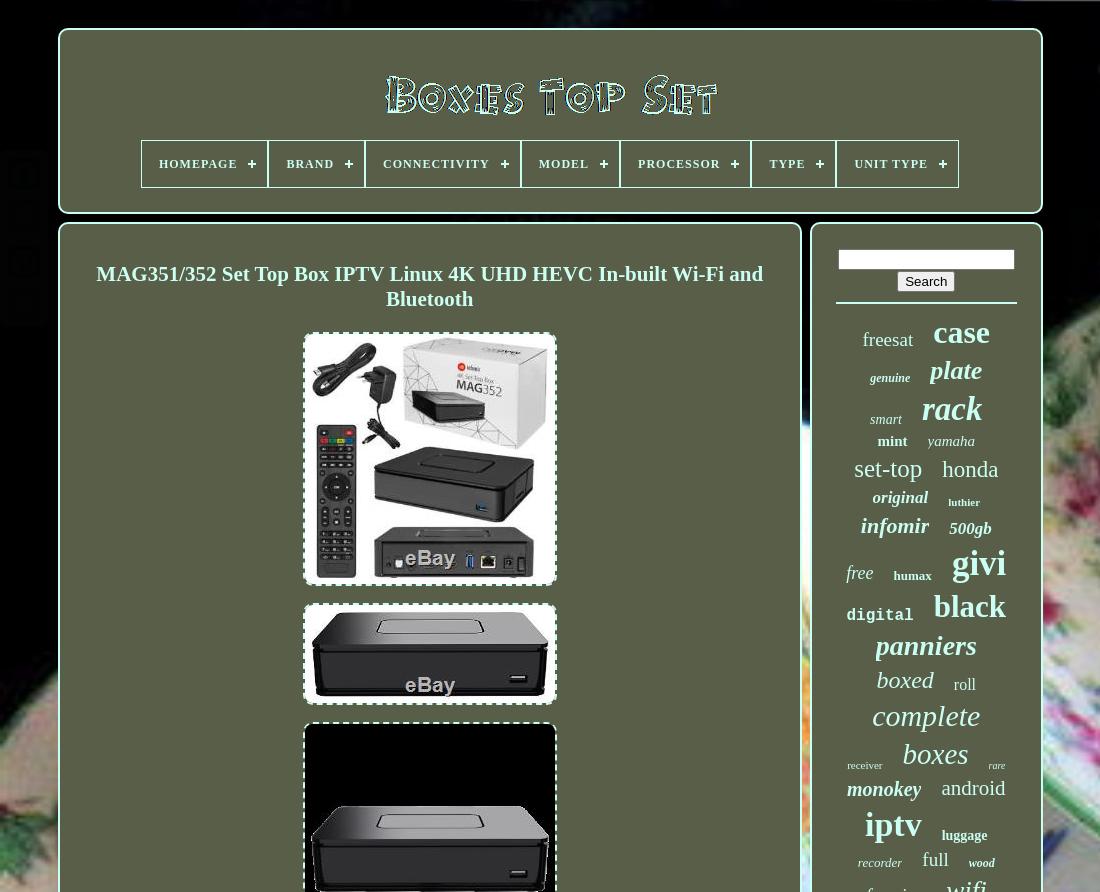 This screenshot has height=892, width=1100. Describe the element at coordinates (950, 440) in the screenshot. I see `'yamaha'` at that location.